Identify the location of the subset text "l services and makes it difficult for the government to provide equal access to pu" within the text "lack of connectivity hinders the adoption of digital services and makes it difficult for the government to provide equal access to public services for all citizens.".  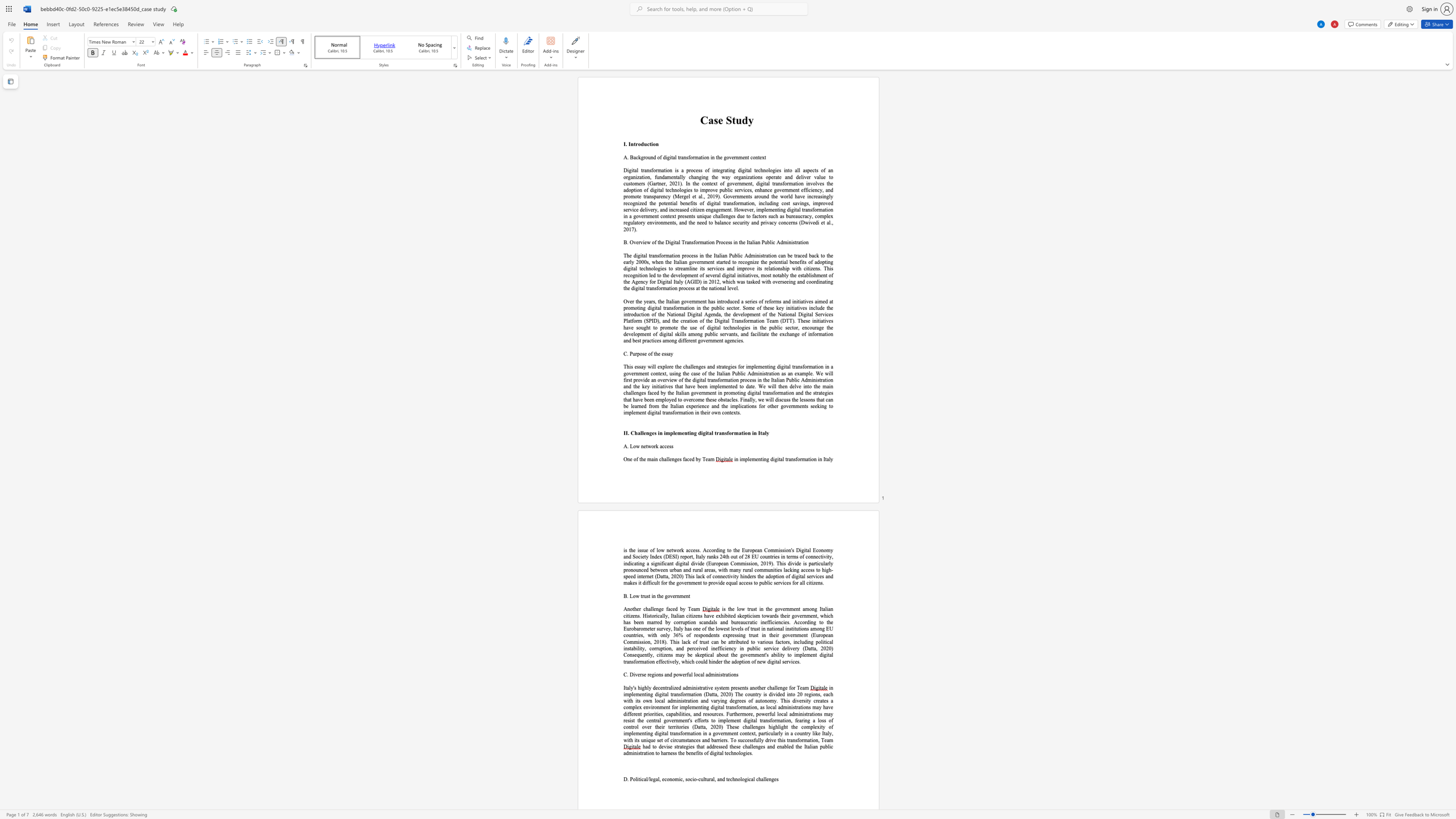
(803, 575).